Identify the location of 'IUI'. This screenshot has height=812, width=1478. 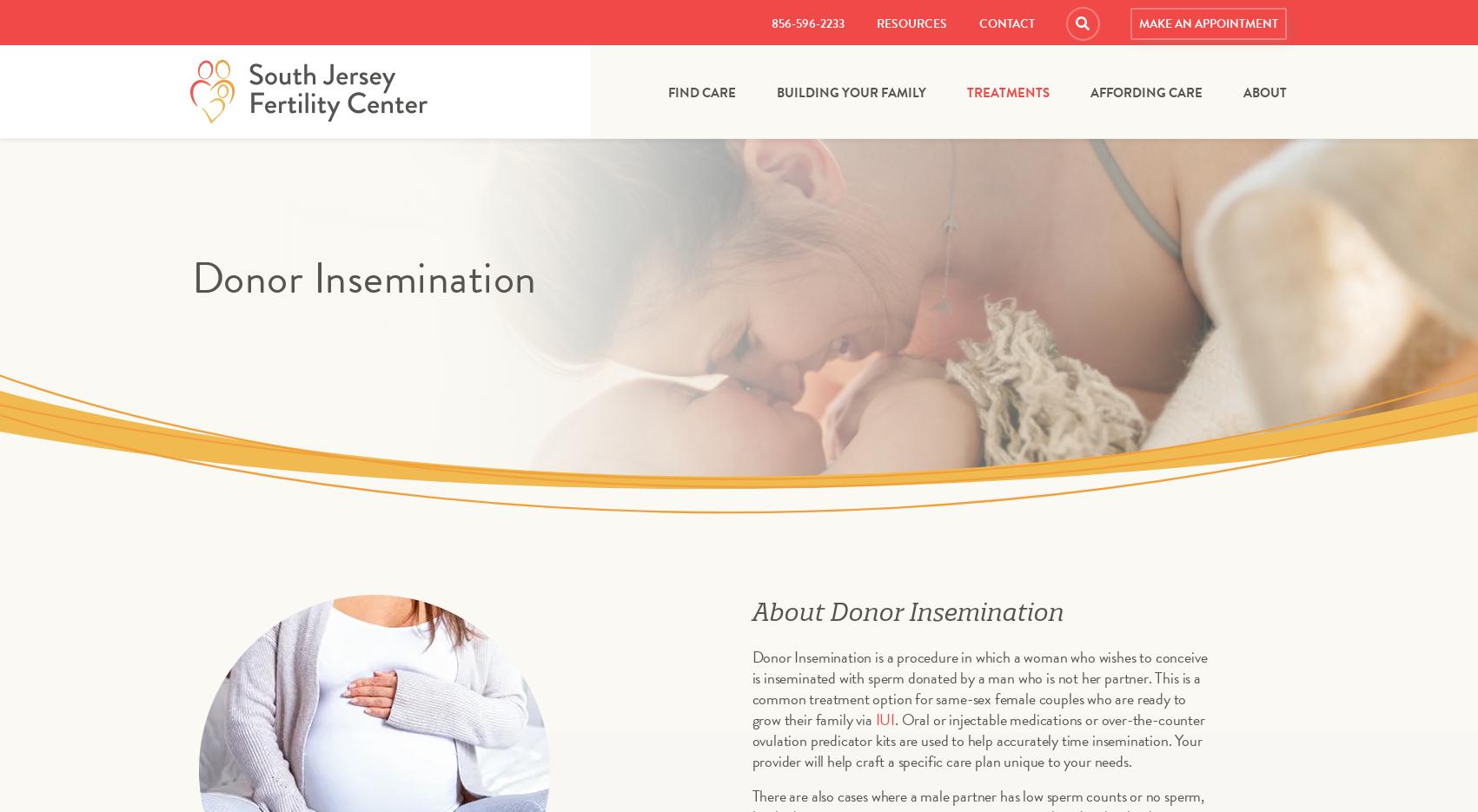
(885, 718).